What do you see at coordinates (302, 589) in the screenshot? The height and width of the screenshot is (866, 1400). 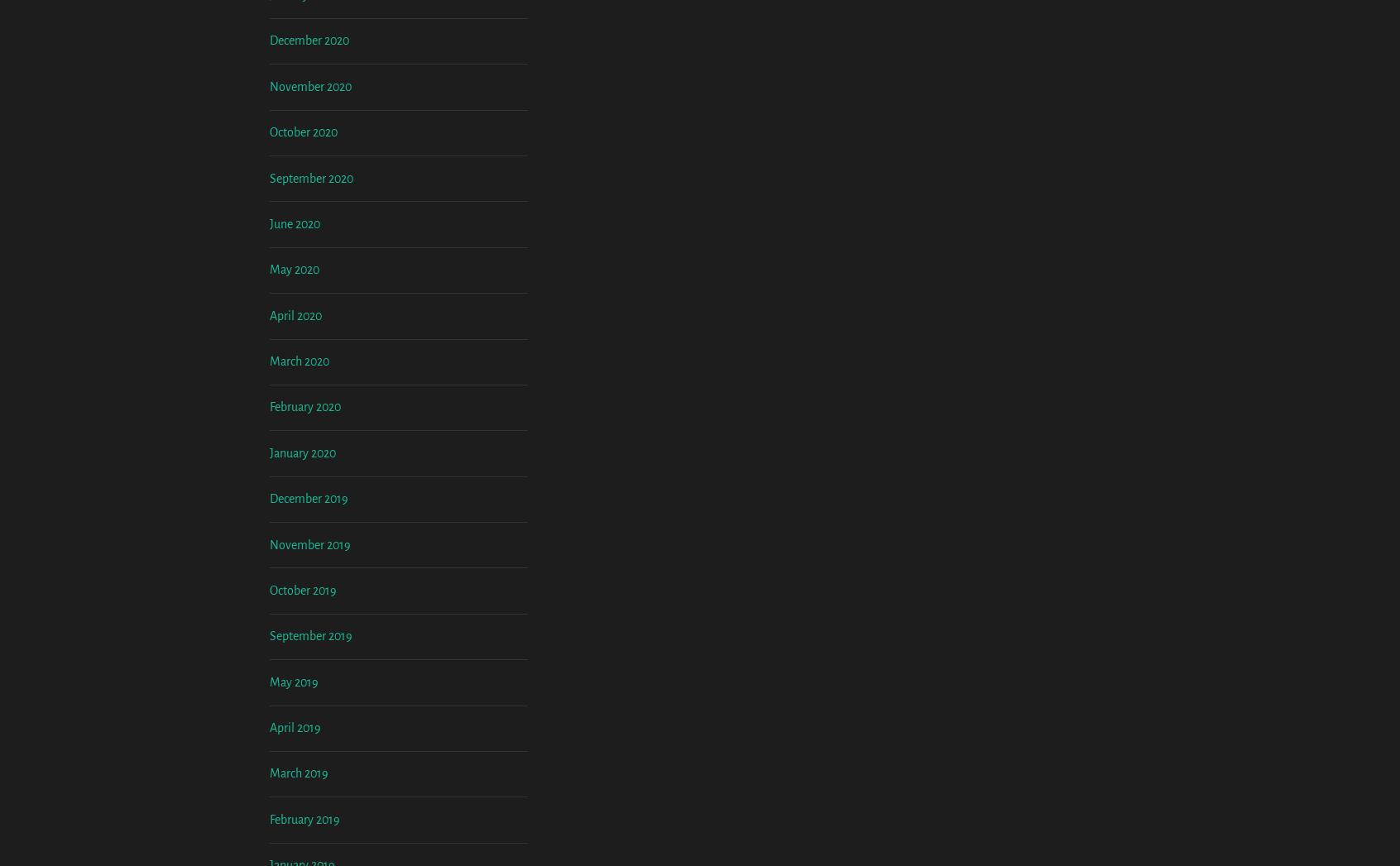 I see `'January 2020'` at bounding box center [302, 589].